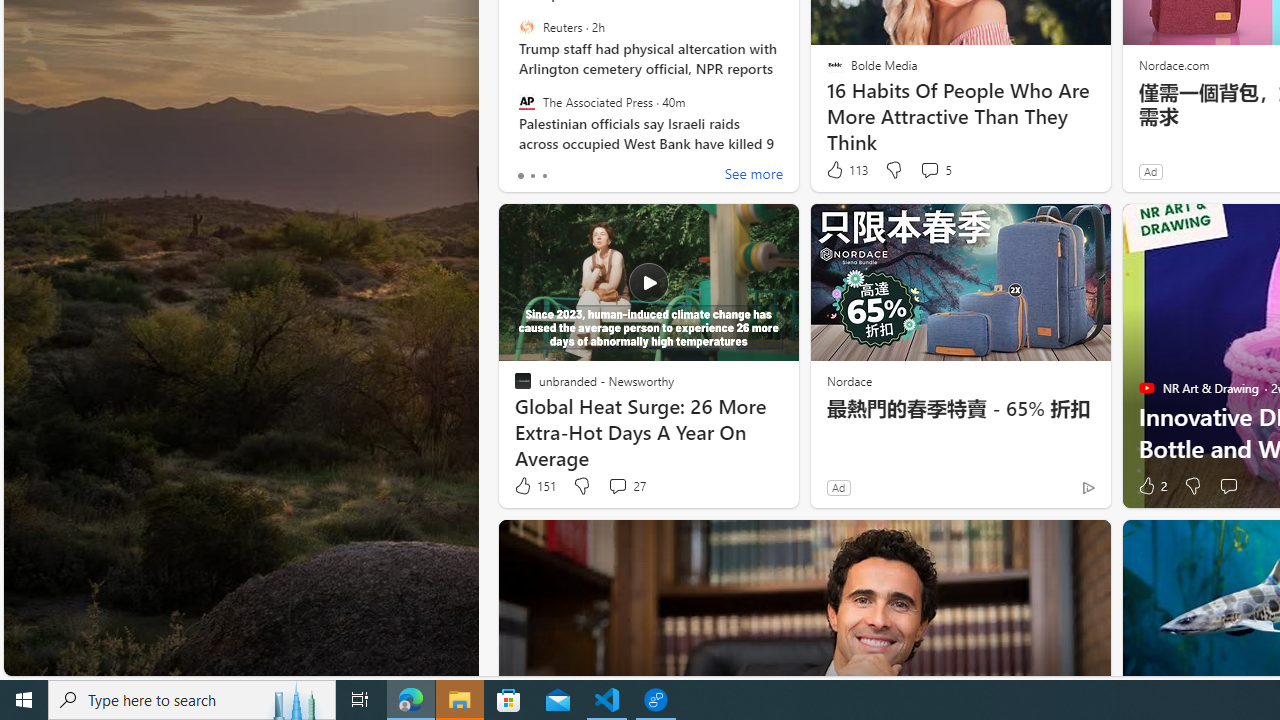 The image size is (1280, 720). What do you see at coordinates (934, 169) in the screenshot?
I see `'View comments 5 Comment'` at bounding box center [934, 169].